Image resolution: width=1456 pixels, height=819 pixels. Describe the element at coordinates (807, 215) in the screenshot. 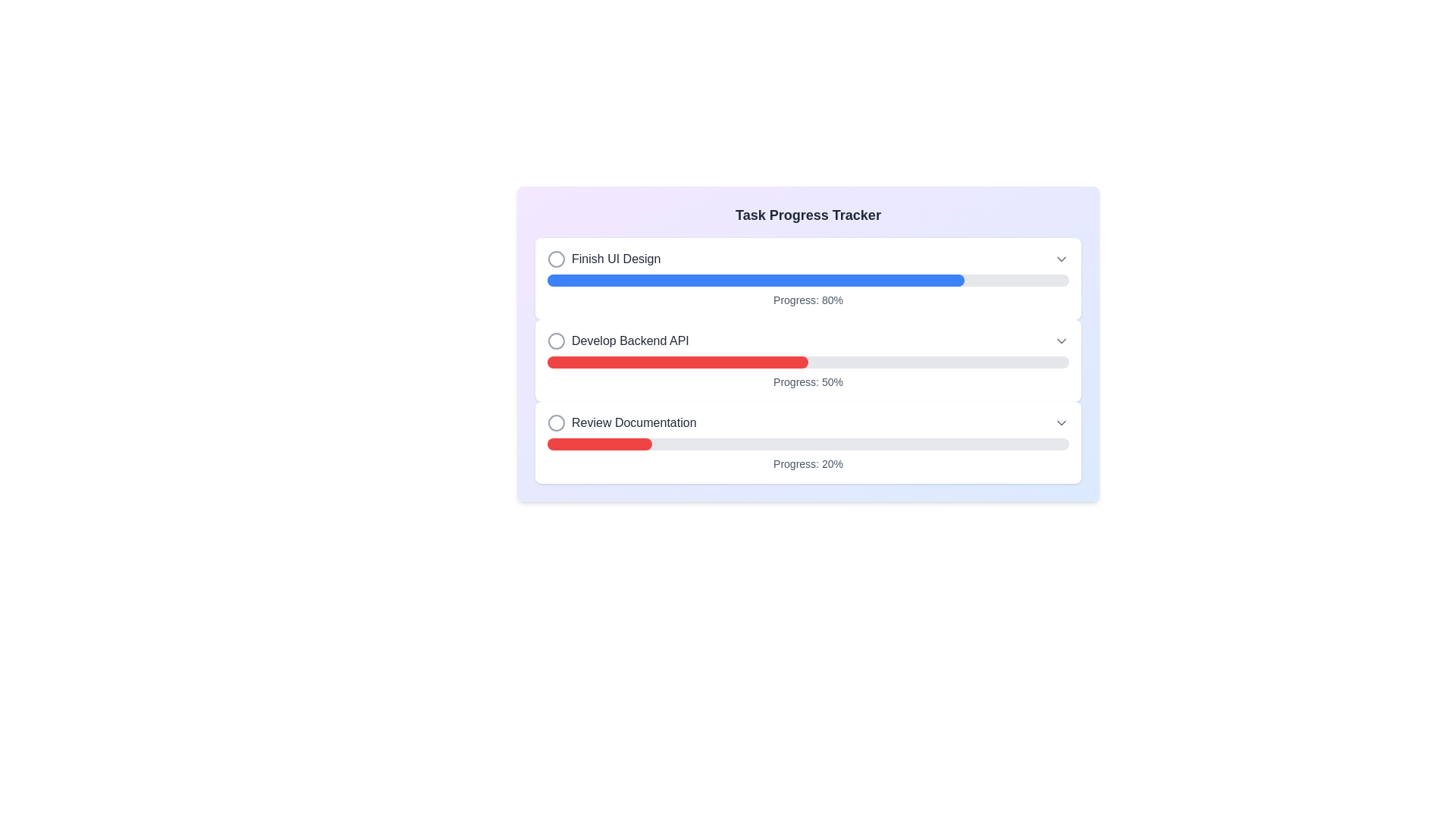

I see `the bold, large-sized text reading 'Task Progress Tracker' located at the top center of the decorative card` at that location.